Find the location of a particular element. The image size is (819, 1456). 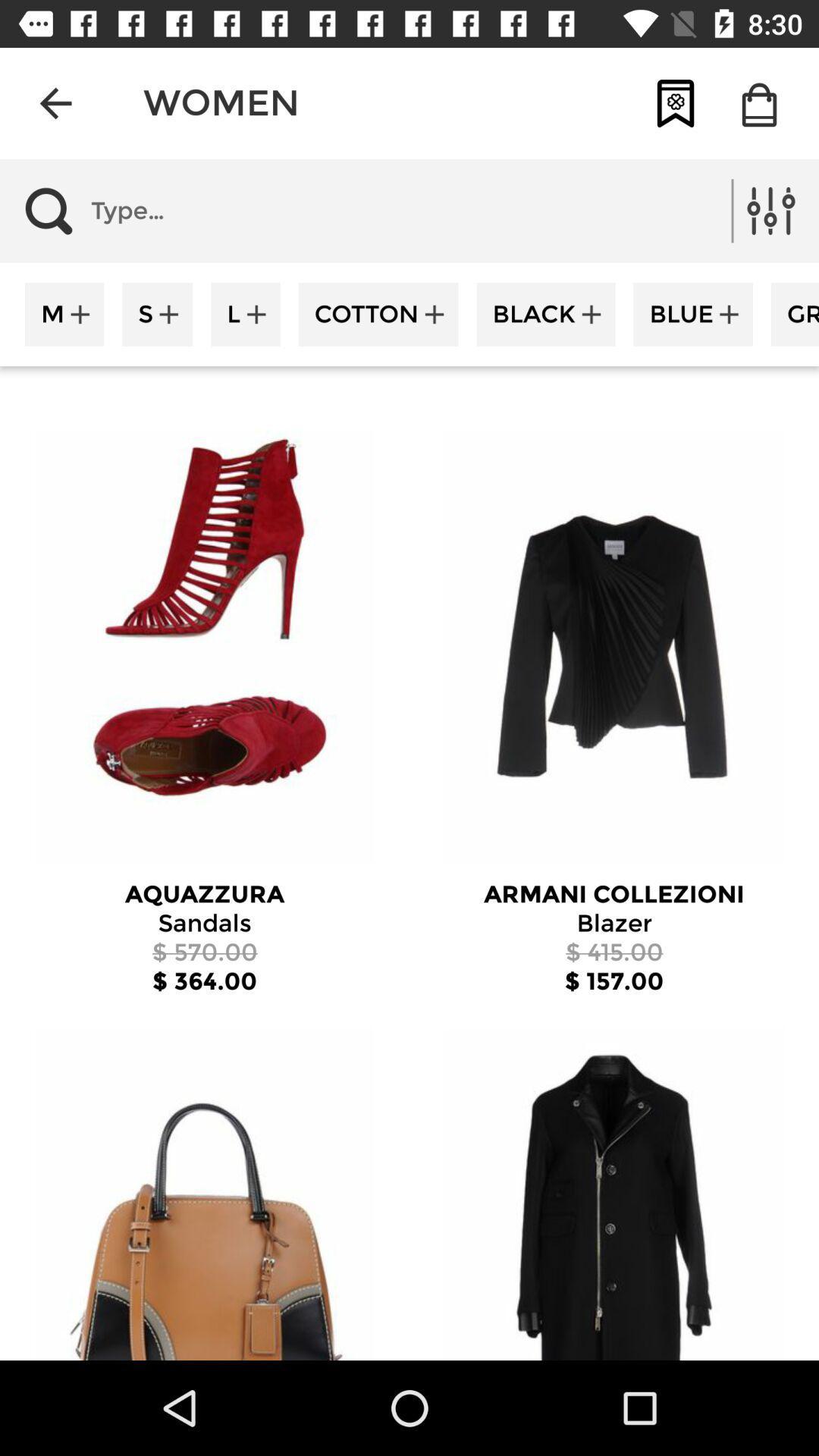

the blue item is located at coordinates (693, 313).